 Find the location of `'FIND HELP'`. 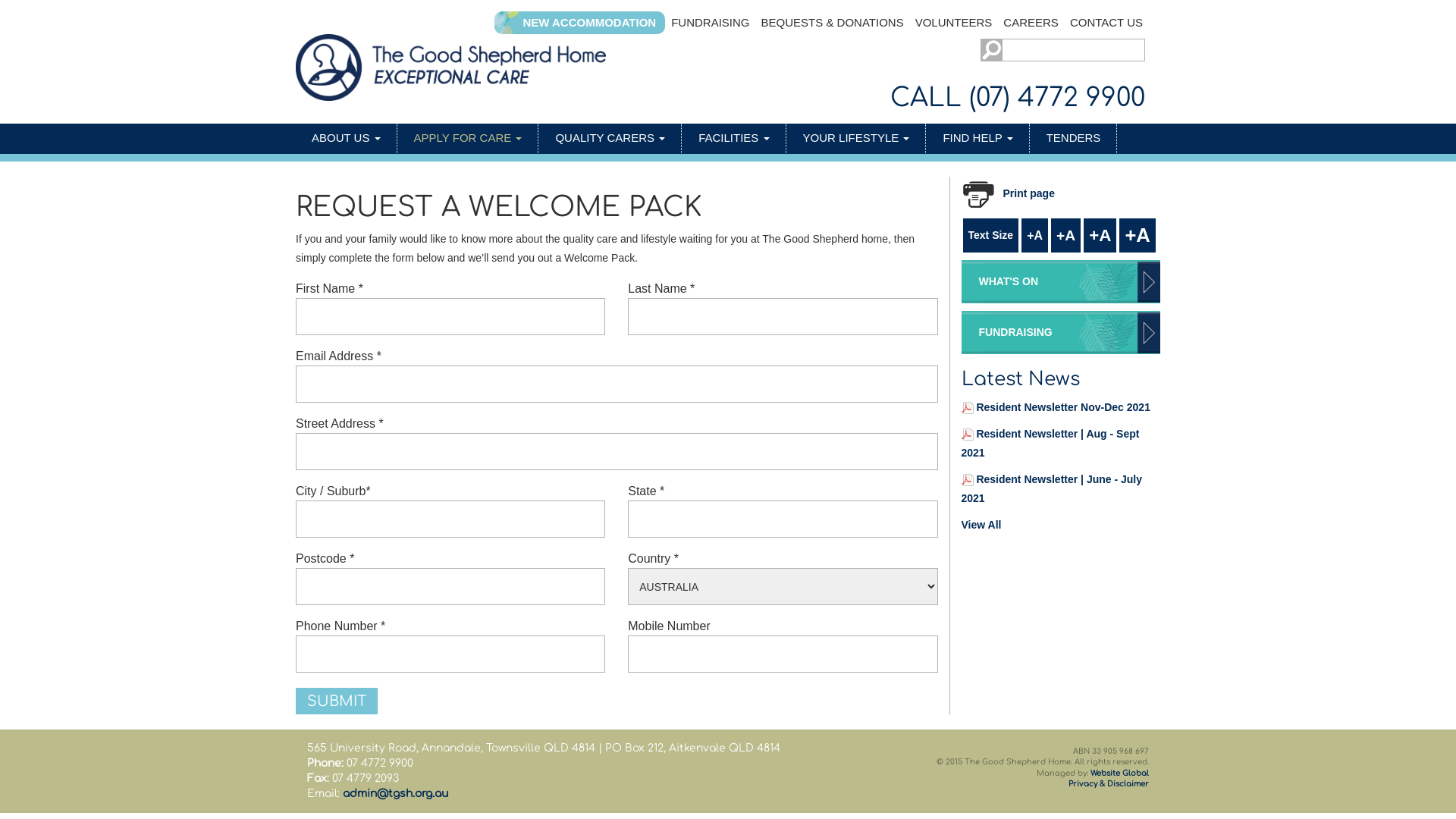

'FIND HELP' is located at coordinates (977, 138).